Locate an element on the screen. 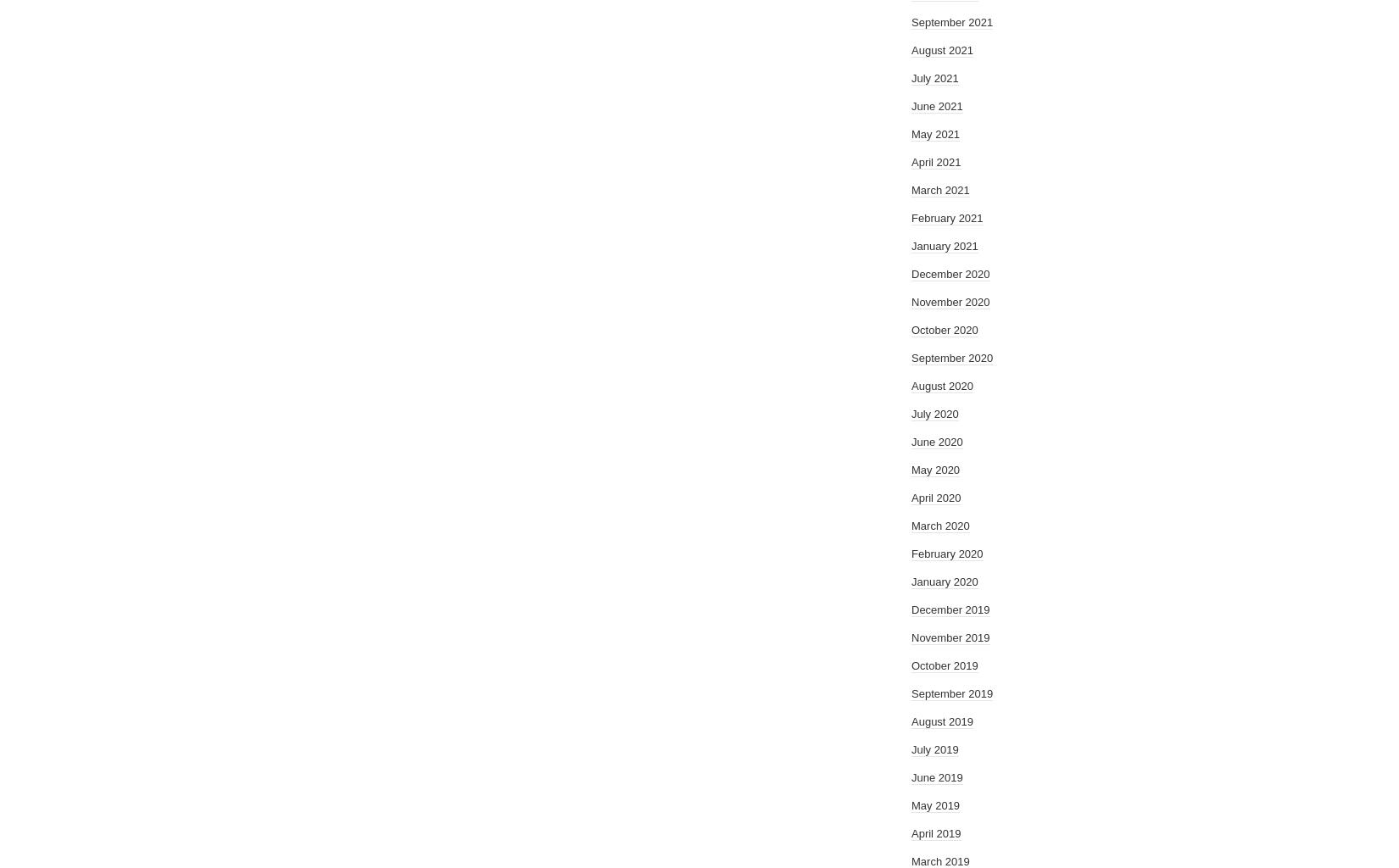 This screenshot has width=1399, height=868. 'April 2020' is located at coordinates (936, 497).